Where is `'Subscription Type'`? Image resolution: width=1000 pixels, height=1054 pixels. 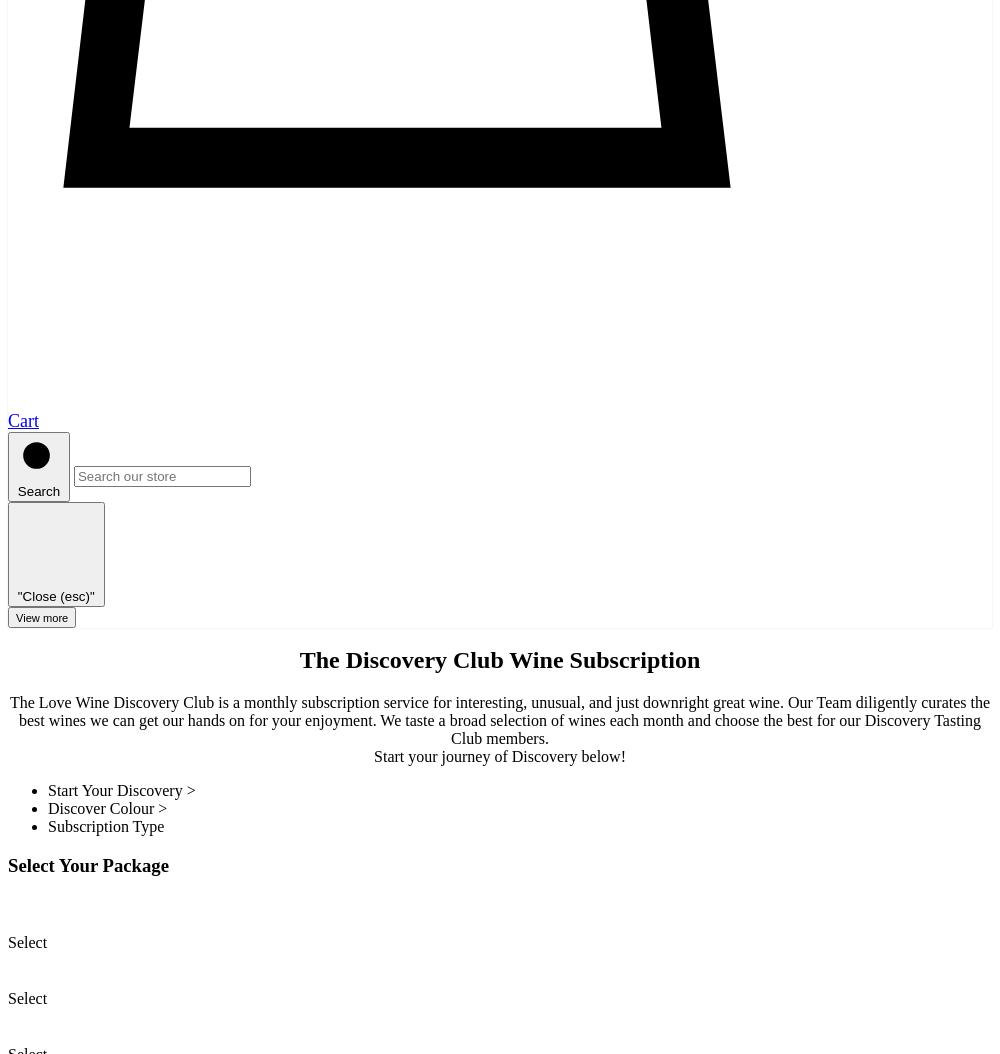 'Subscription Type' is located at coordinates (105, 825).